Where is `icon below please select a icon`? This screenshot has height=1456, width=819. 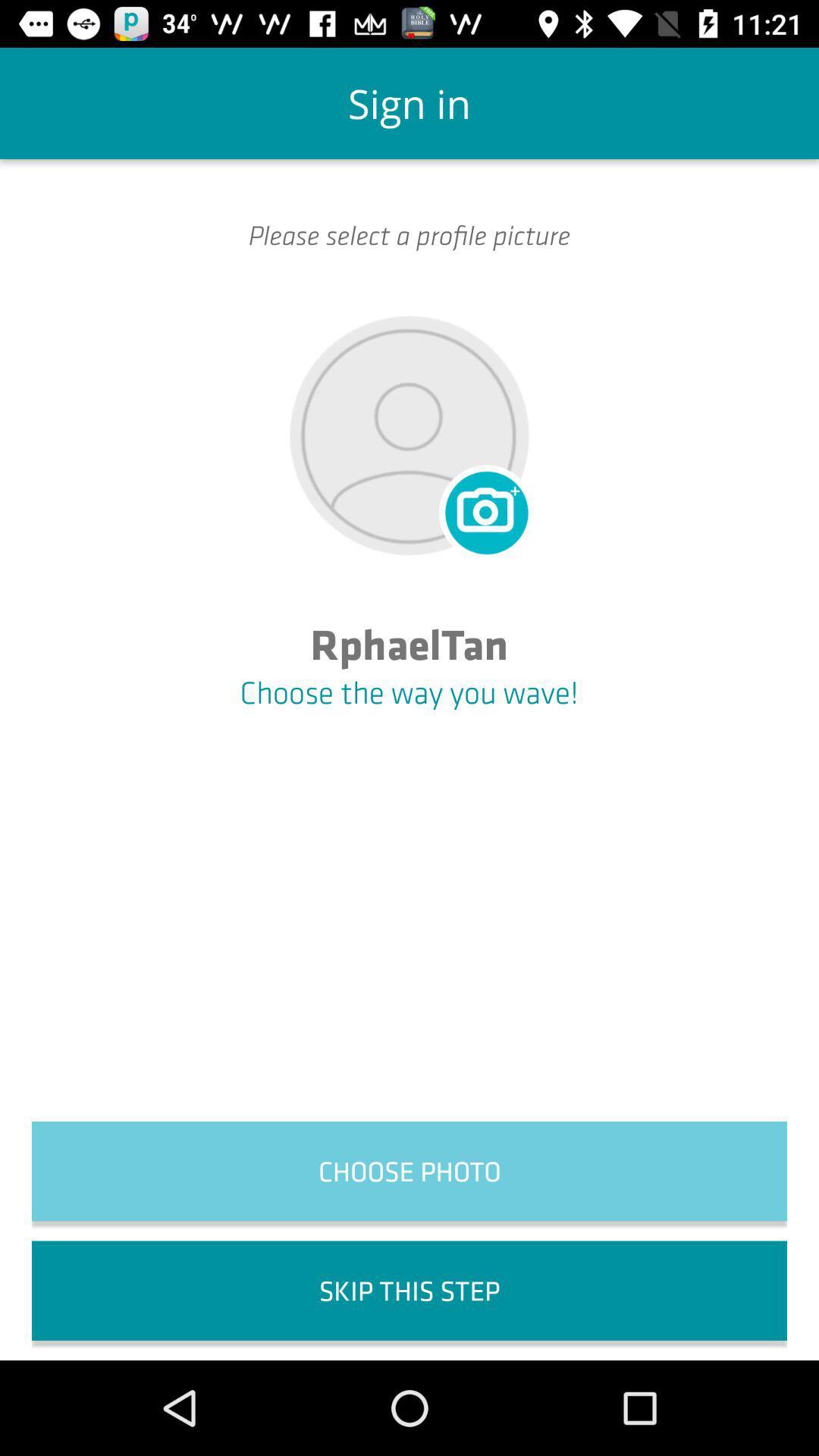 icon below please select a icon is located at coordinates (484, 510).